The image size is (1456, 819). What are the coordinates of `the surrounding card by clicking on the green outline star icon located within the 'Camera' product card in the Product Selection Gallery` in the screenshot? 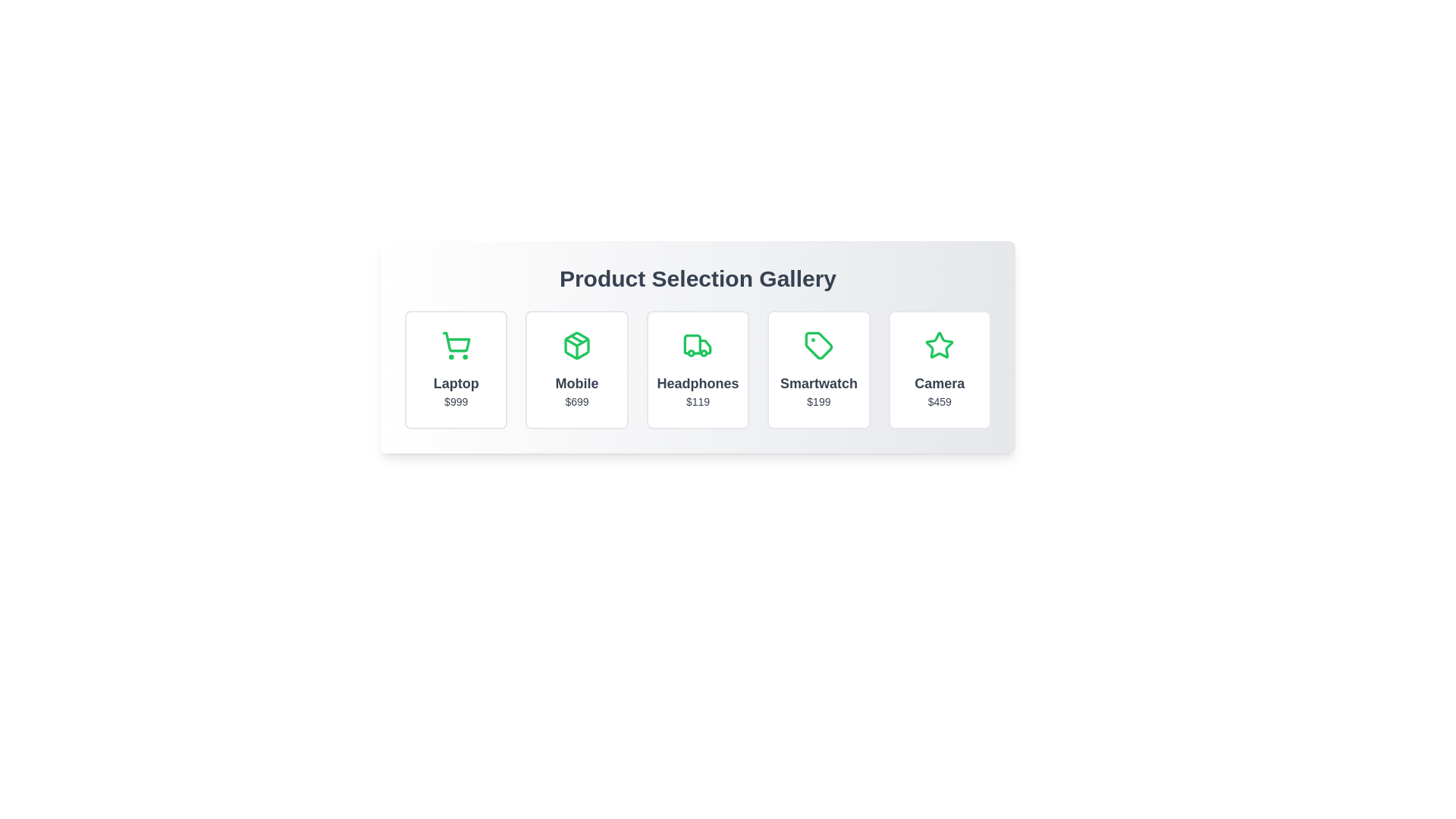 It's located at (939, 345).